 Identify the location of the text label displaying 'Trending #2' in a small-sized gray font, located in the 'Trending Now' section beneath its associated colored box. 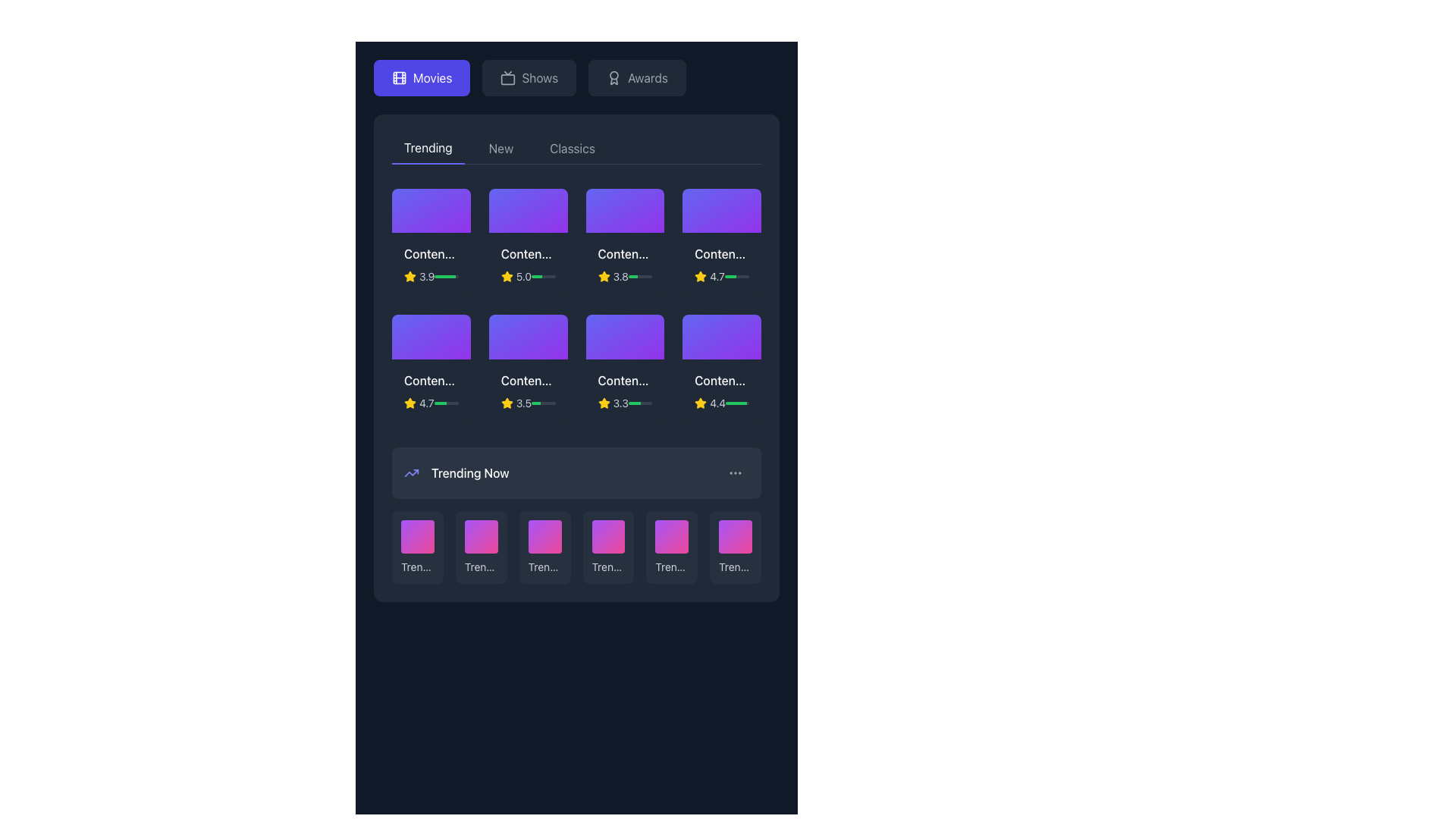
(480, 566).